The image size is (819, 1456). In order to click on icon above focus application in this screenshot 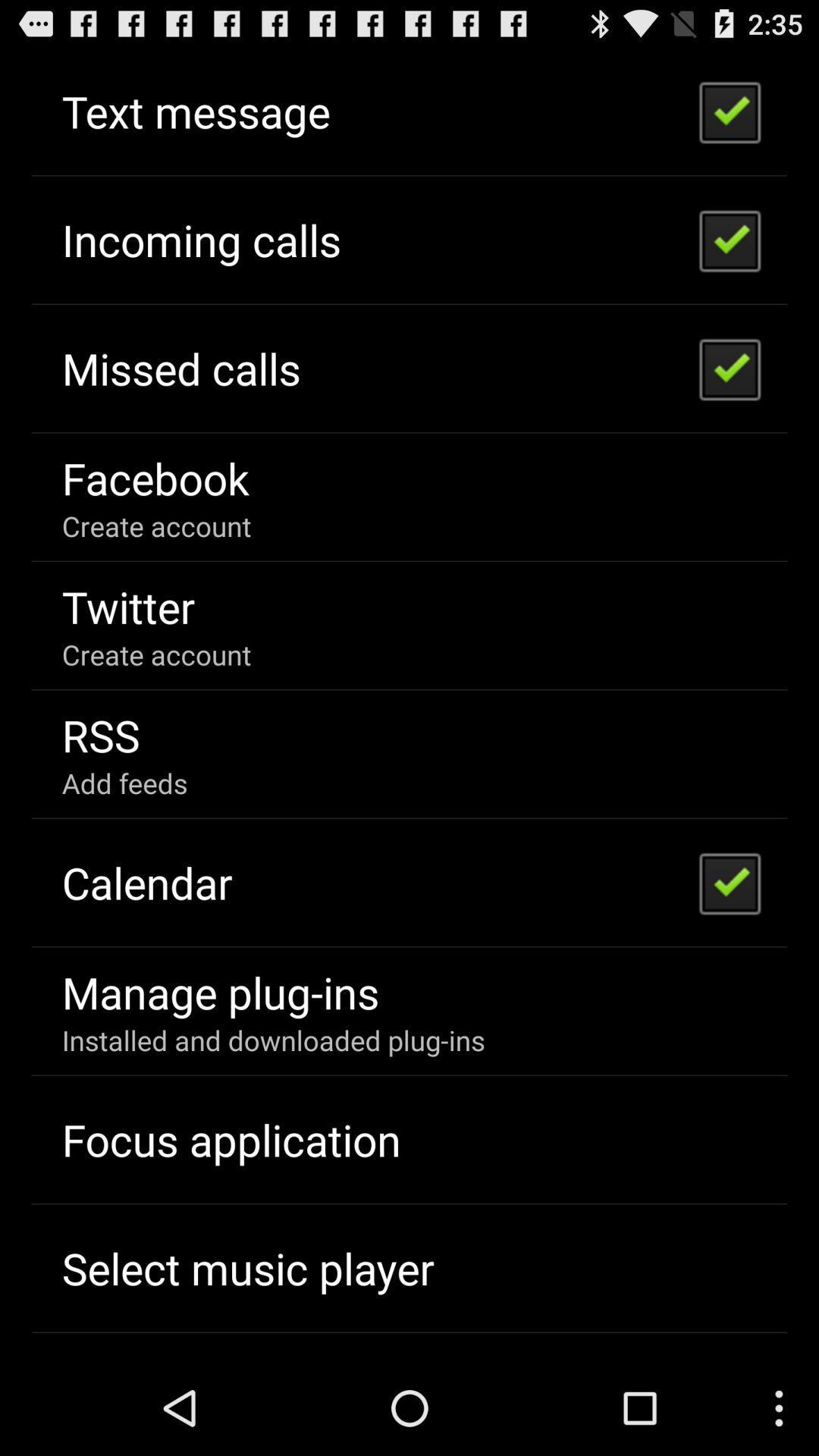, I will do `click(273, 1039)`.